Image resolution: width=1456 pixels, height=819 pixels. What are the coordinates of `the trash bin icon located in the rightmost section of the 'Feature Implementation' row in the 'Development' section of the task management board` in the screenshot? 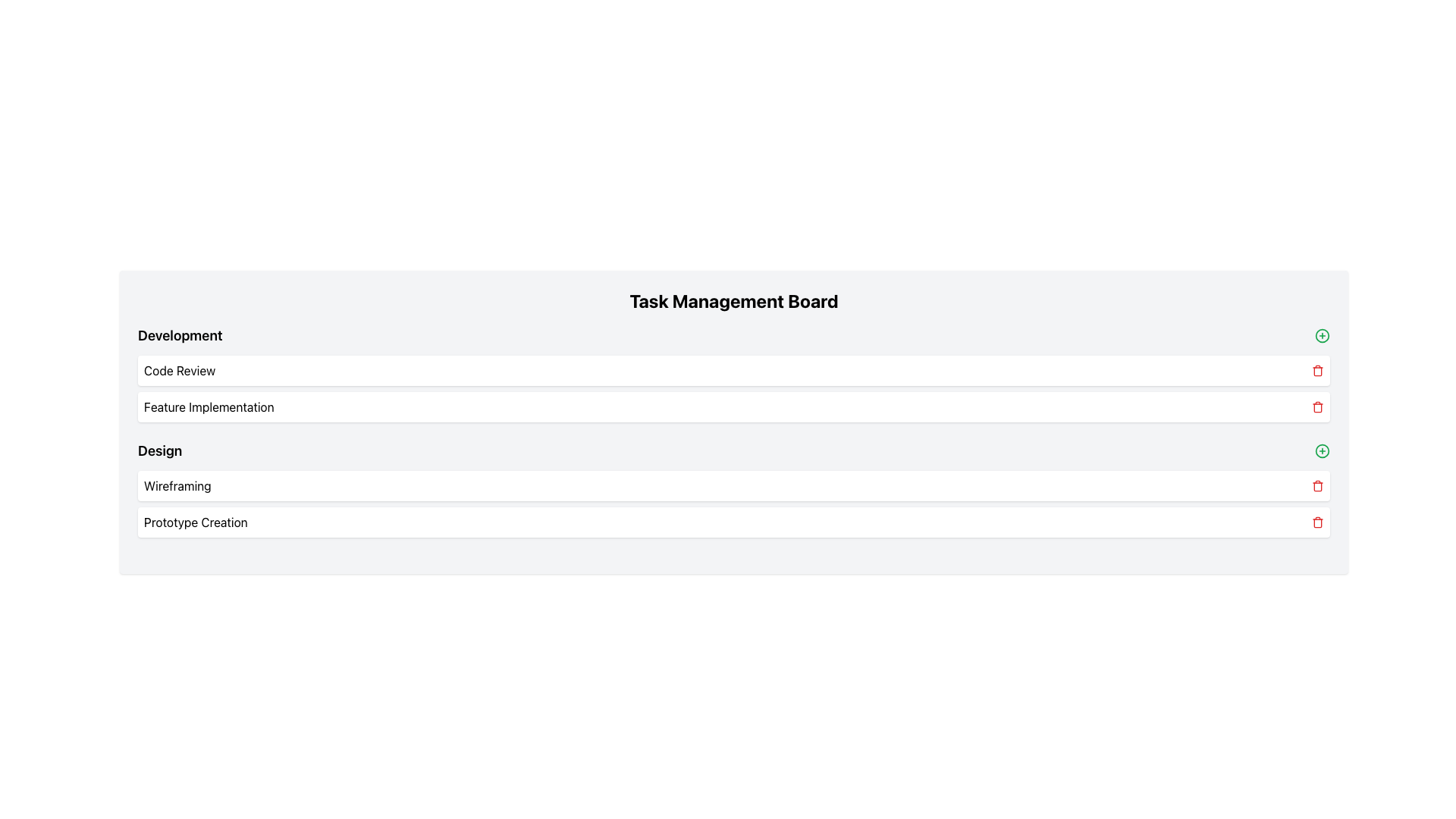 It's located at (1316, 406).